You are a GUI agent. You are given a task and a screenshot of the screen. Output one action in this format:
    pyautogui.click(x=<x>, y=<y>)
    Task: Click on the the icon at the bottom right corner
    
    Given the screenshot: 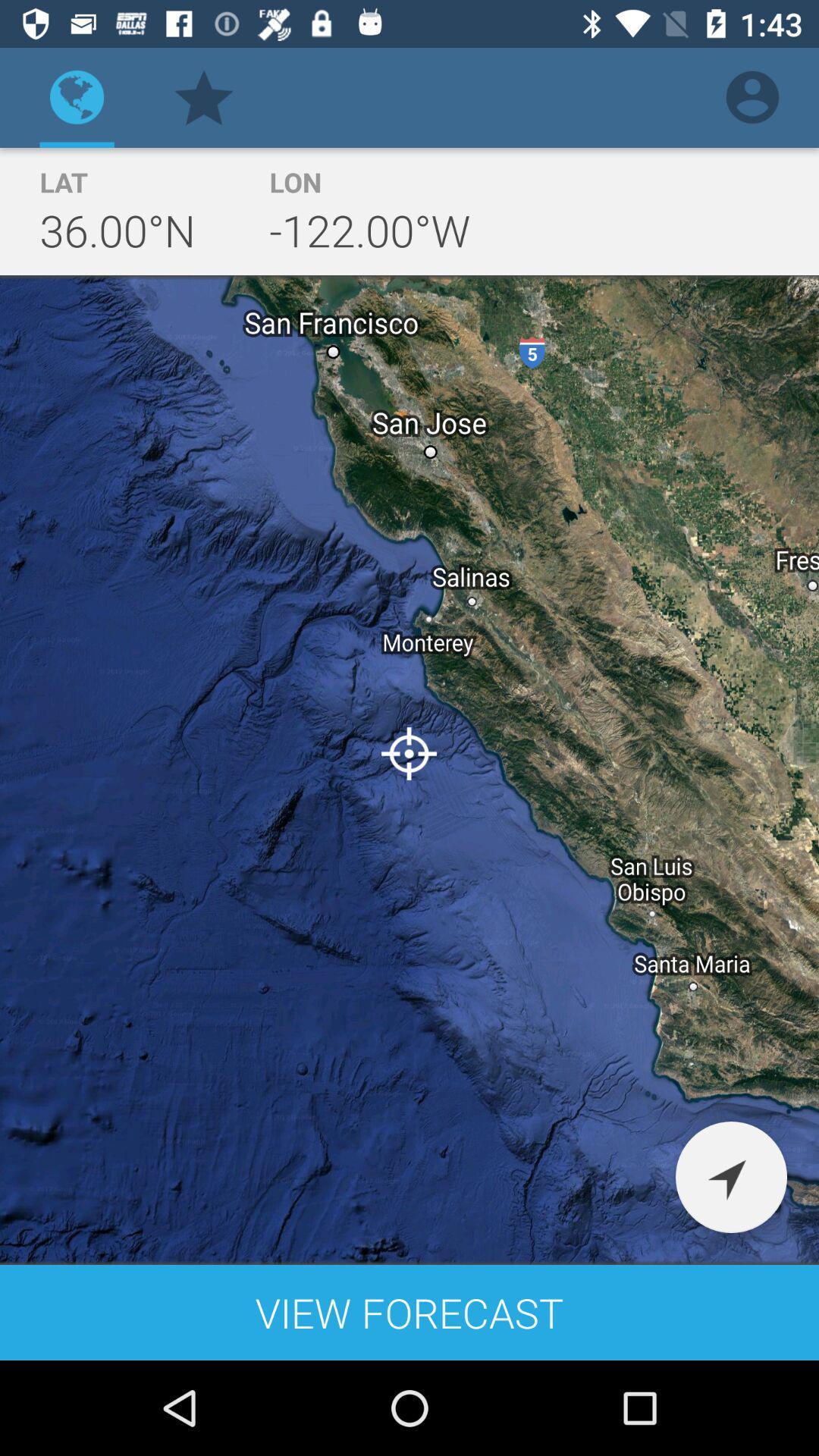 What is the action you would take?
    pyautogui.click(x=730, y=1176)
    